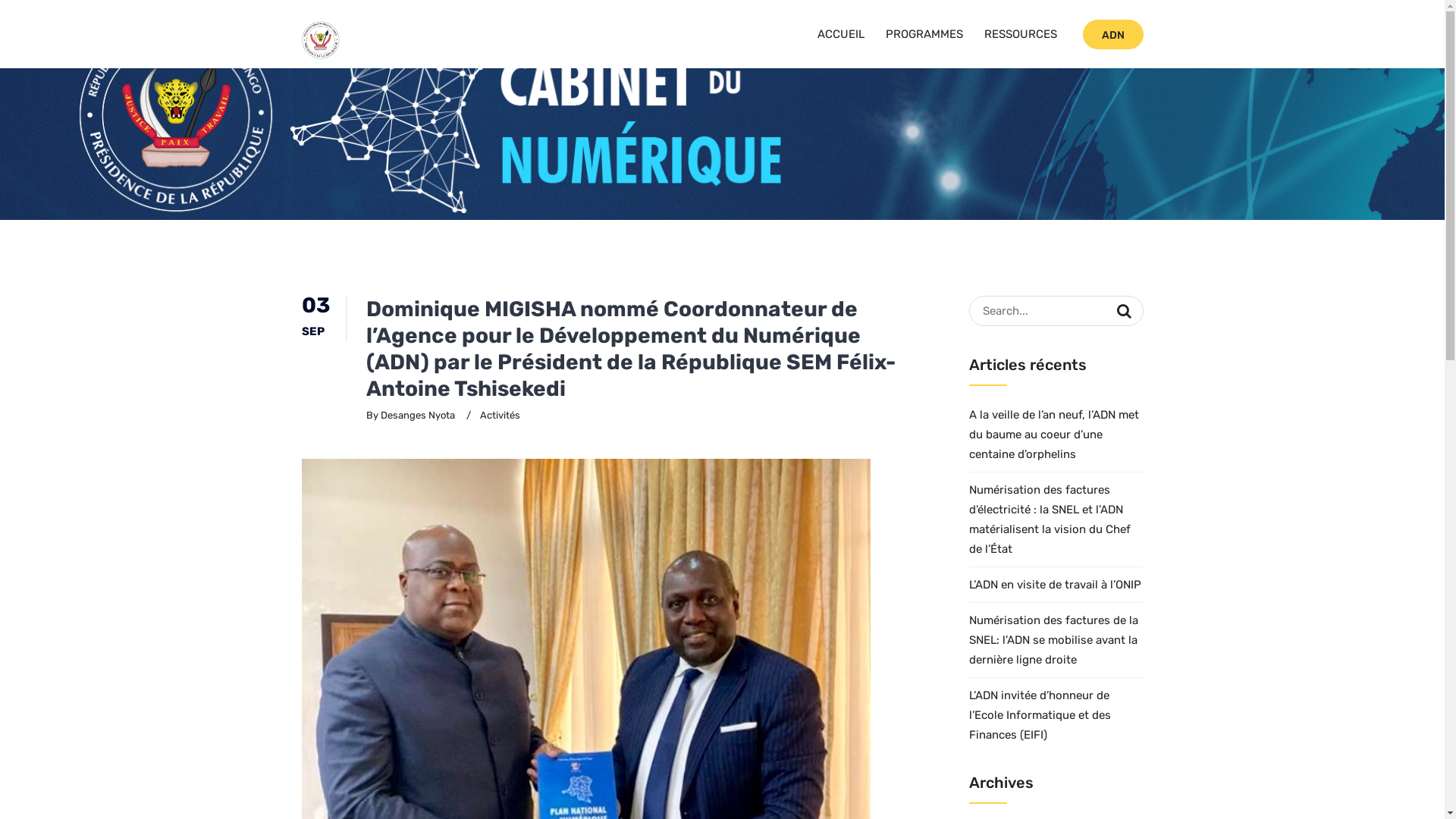 The width and height of the screenshot is (1456, 819). What do you see at coordinates (924, 34) in the screenshot?
I see `'PROGRAMMES'` at bounding box center [924, 34].